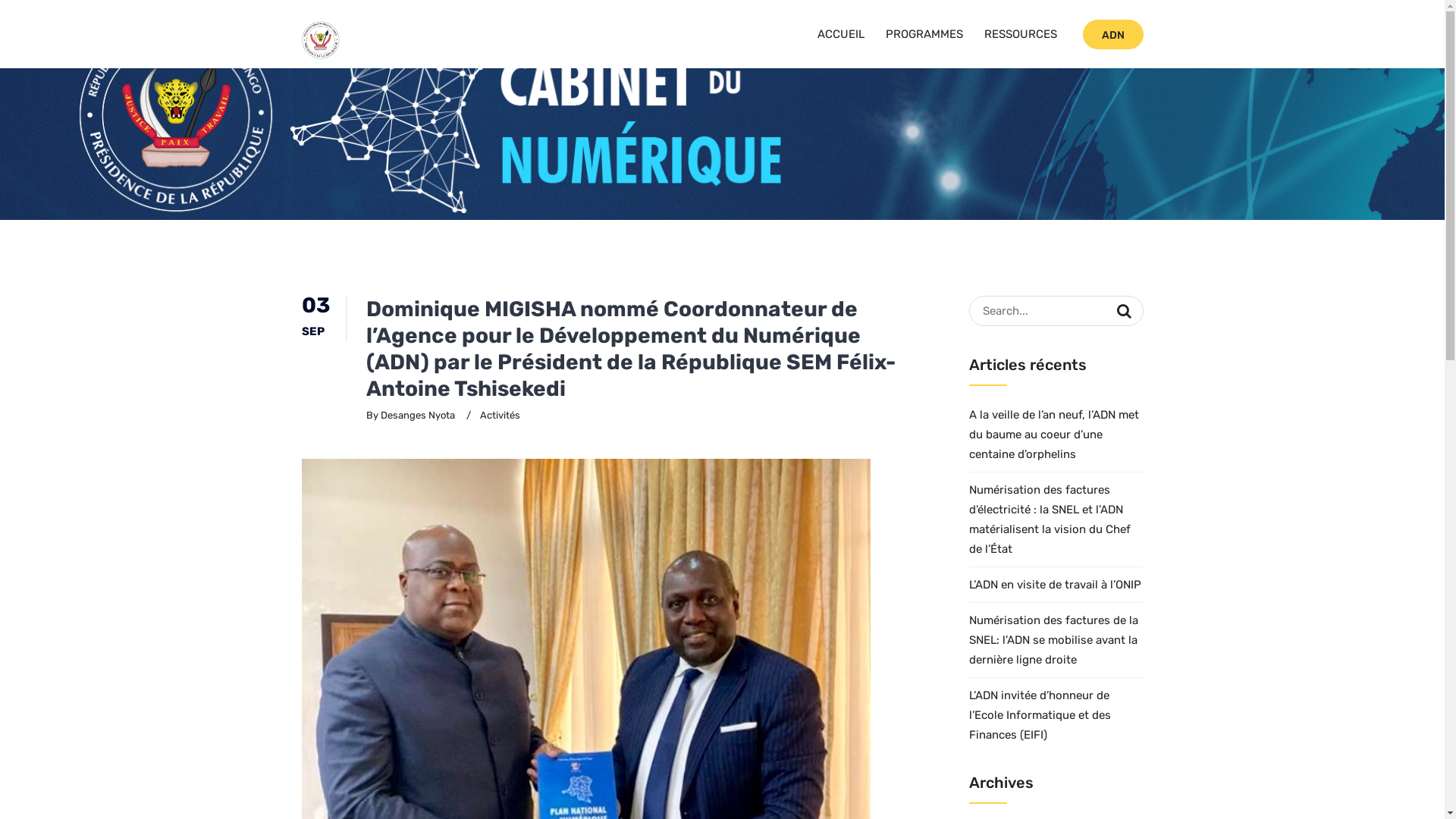 The width and height of the screenshot is (1456, 819). What do you see at coordinates (924, 34) in the screenshot?
I see `'PROGRAMMES'` at bounding box center [924, 34].